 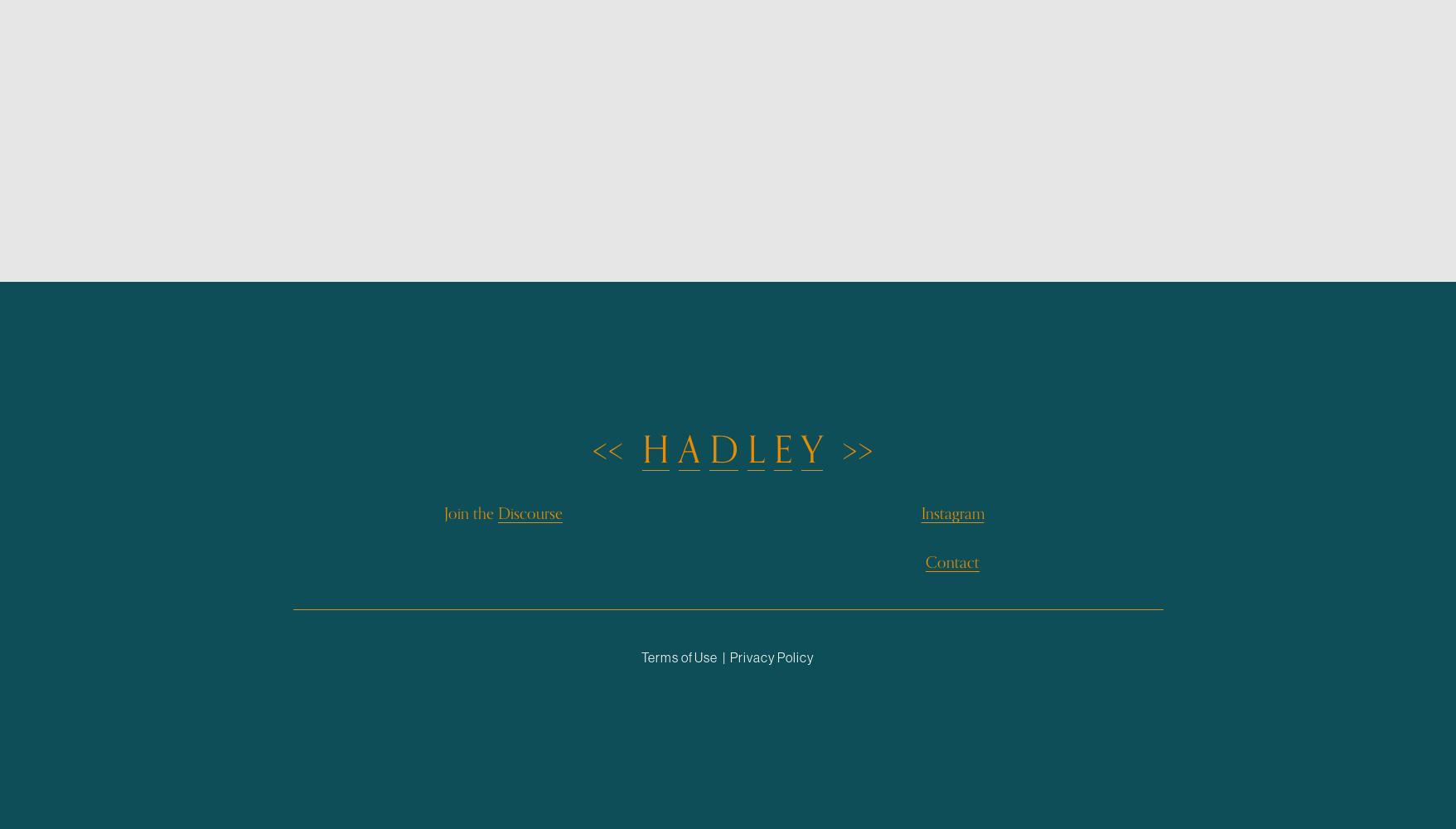 I want to click on 'L', so click(x=755, y=450).